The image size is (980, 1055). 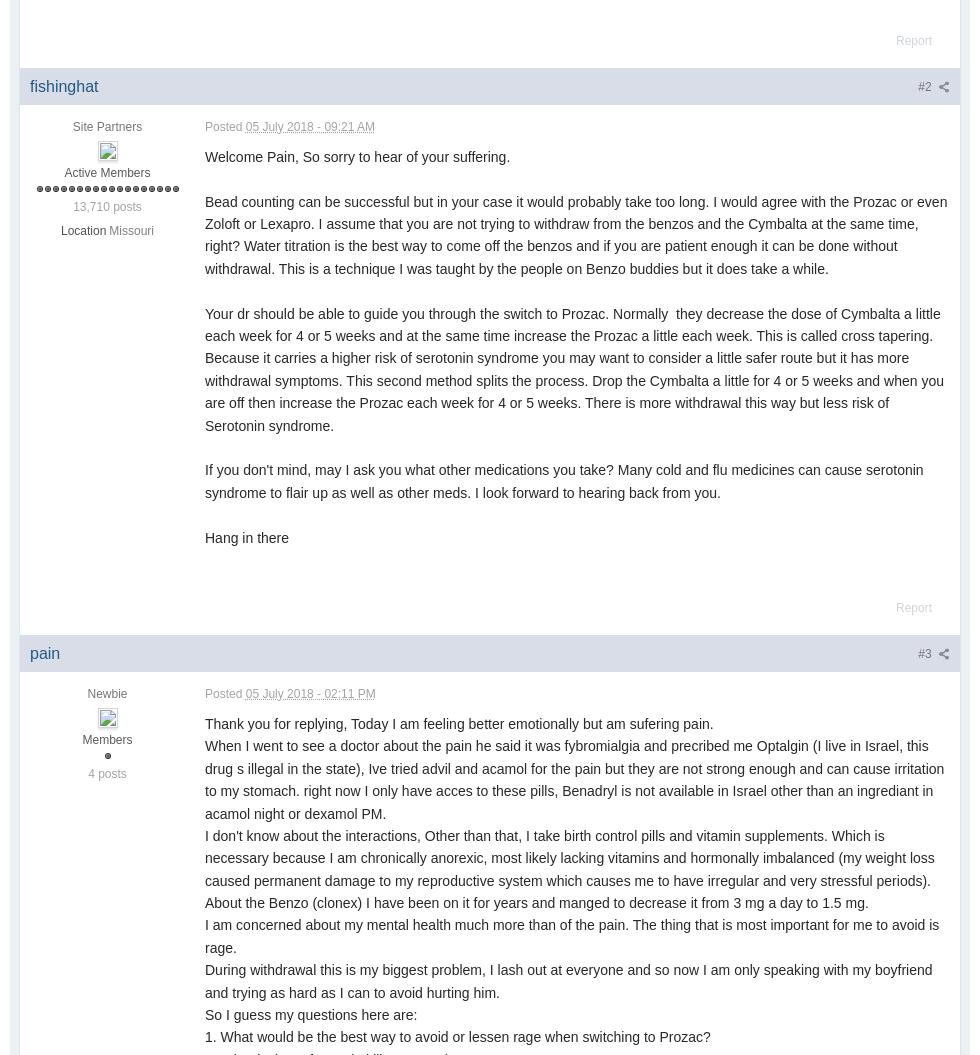 What do you see at coordinates (917, 86) in the screenshot?
I see `'#2'` at bounding box center [917, 86].